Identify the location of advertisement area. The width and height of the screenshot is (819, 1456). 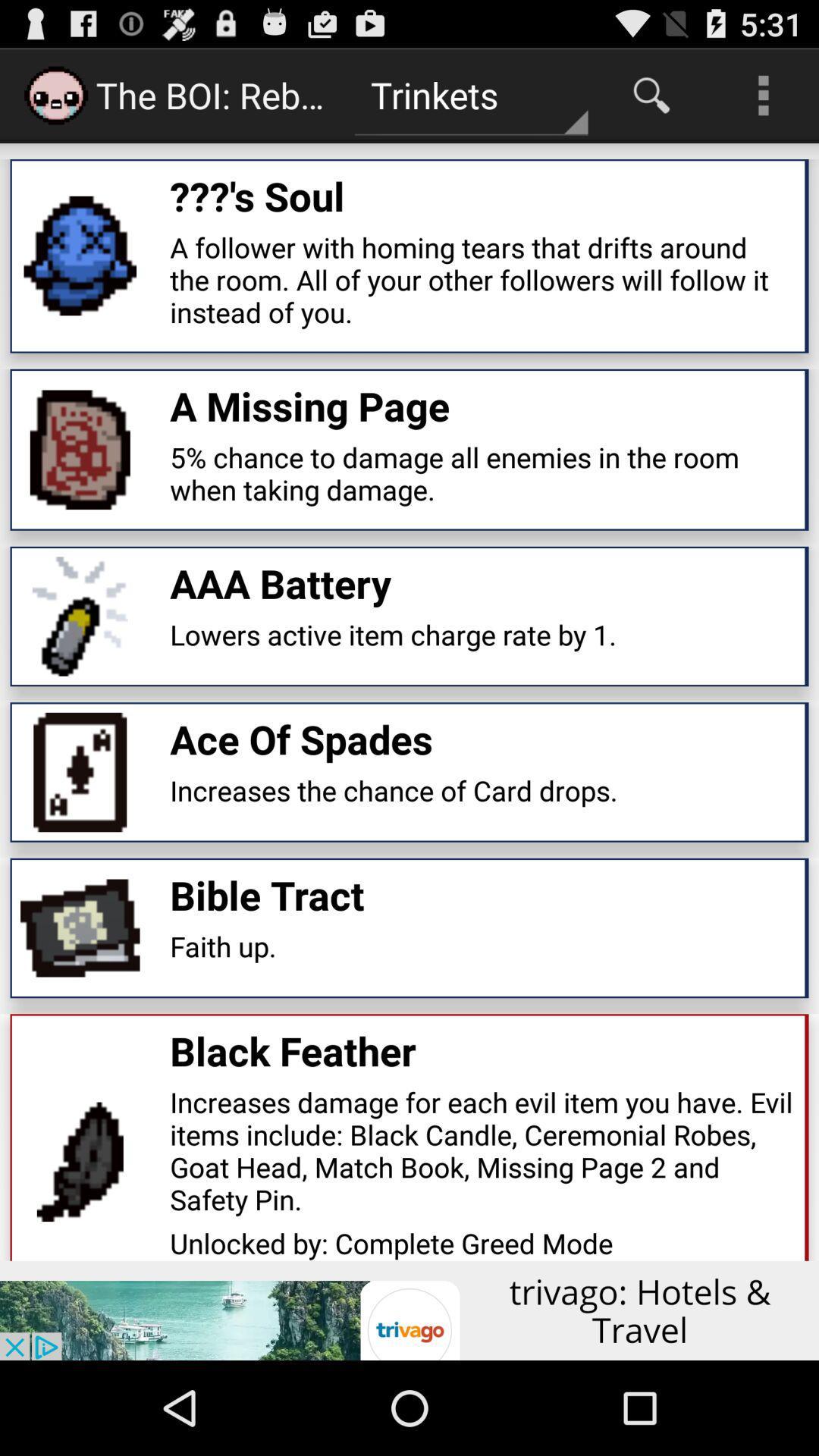
(409, 1310).